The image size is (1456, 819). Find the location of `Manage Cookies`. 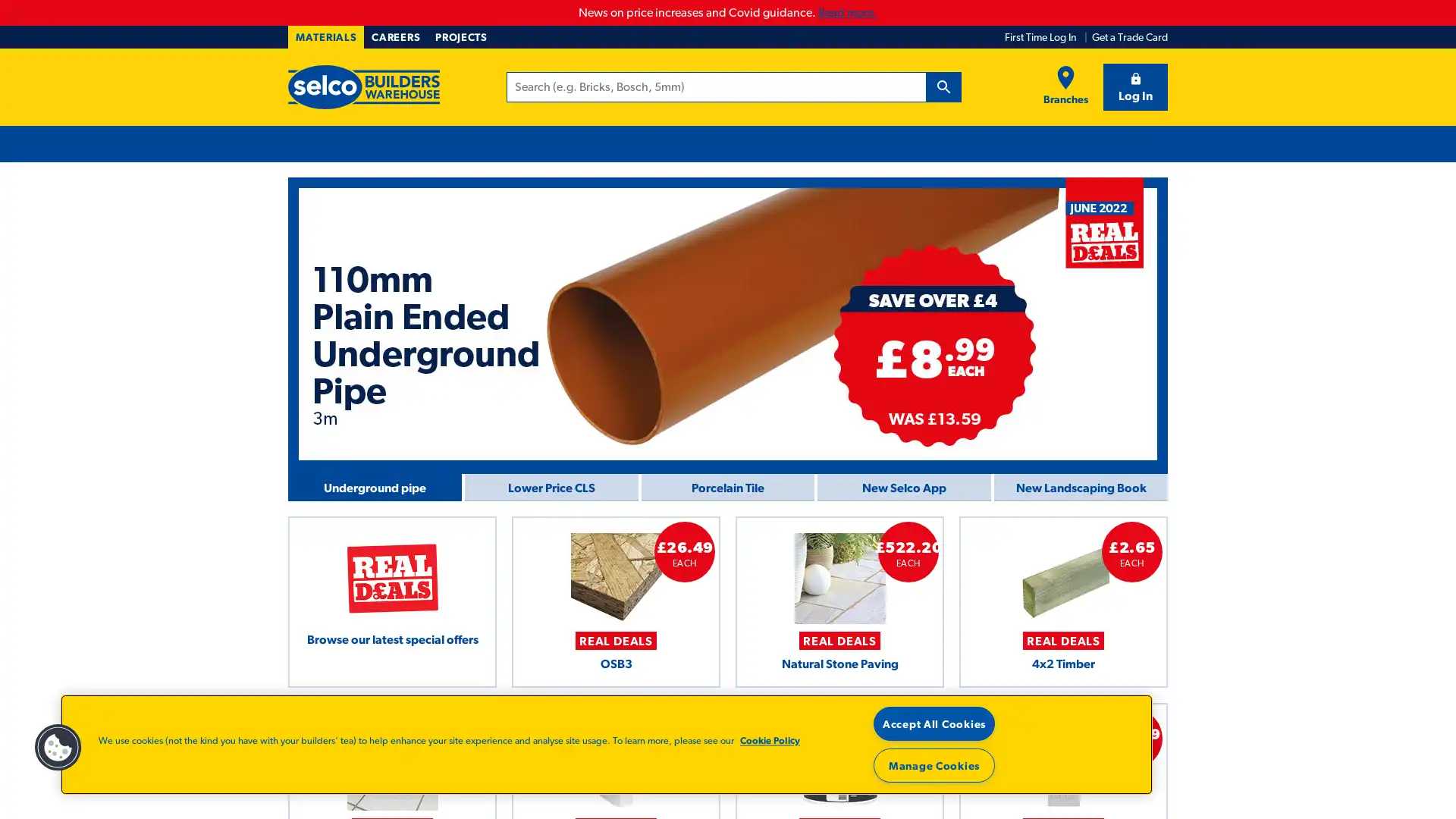

Manage Cookies is located at coordinates (934, 765).